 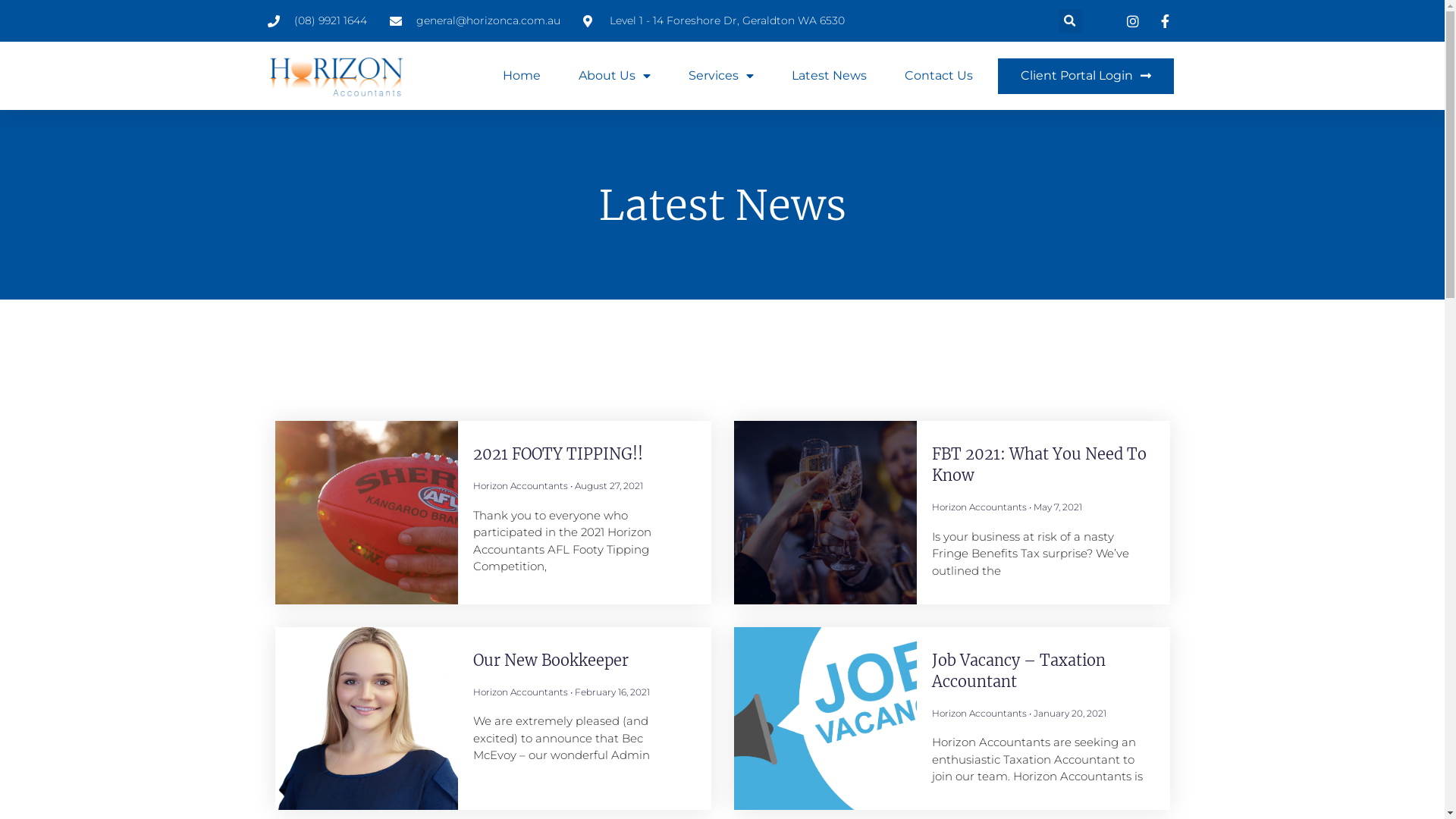 What do you see at coordinates (266, 20) in the screenshot?
I see `'(08) 9921 1644'` at bounding box center [266, 20].